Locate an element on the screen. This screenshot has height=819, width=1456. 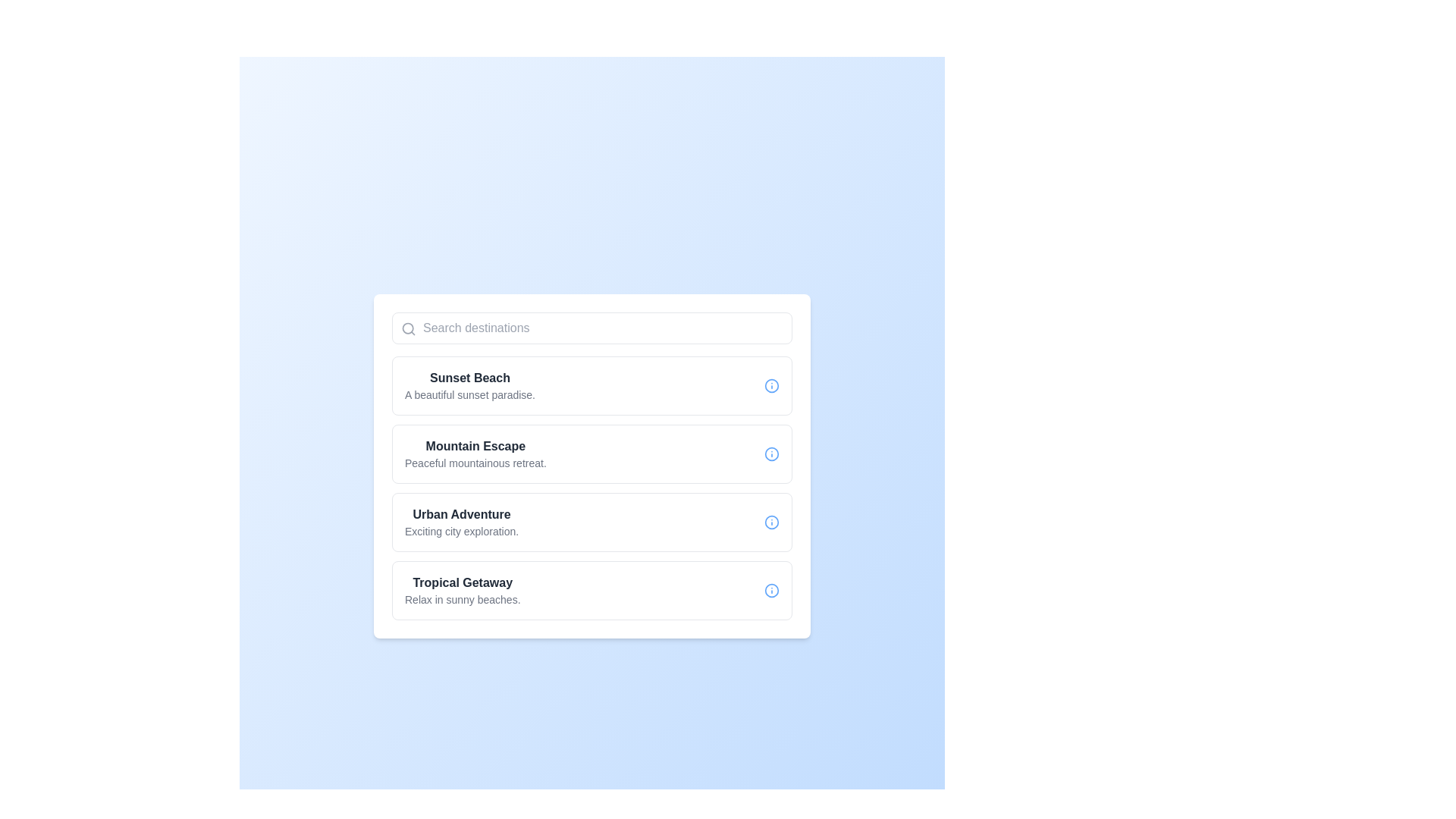
the bold text label 'Tropical Getaway', which is the fourth item in a list of destination options is located at coordinates (462, 582).